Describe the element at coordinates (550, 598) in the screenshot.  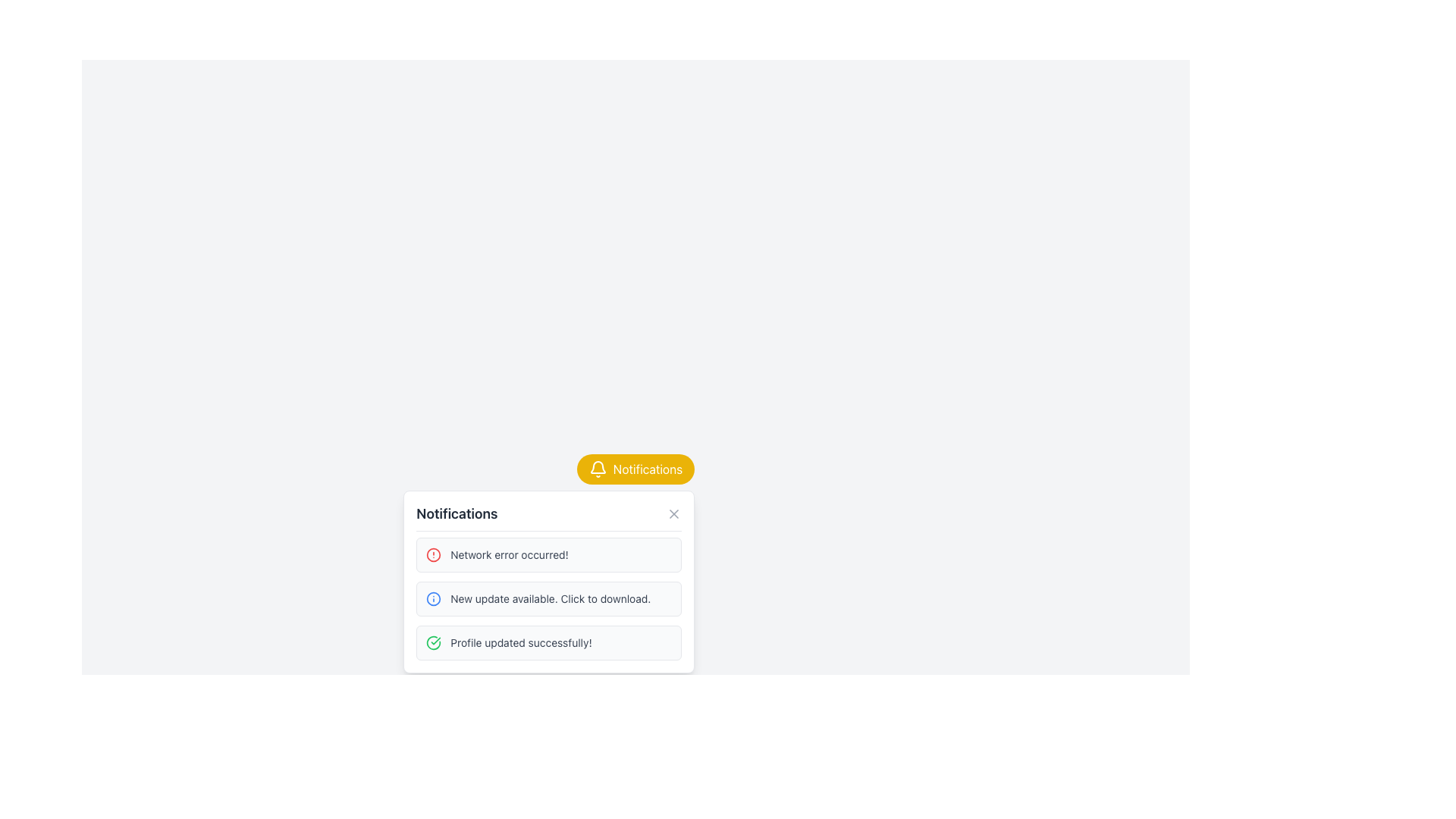
I see `the text label that reads 'New update available. Click to download.' which is the second item in the vertically stacked list of notifications` at that location.